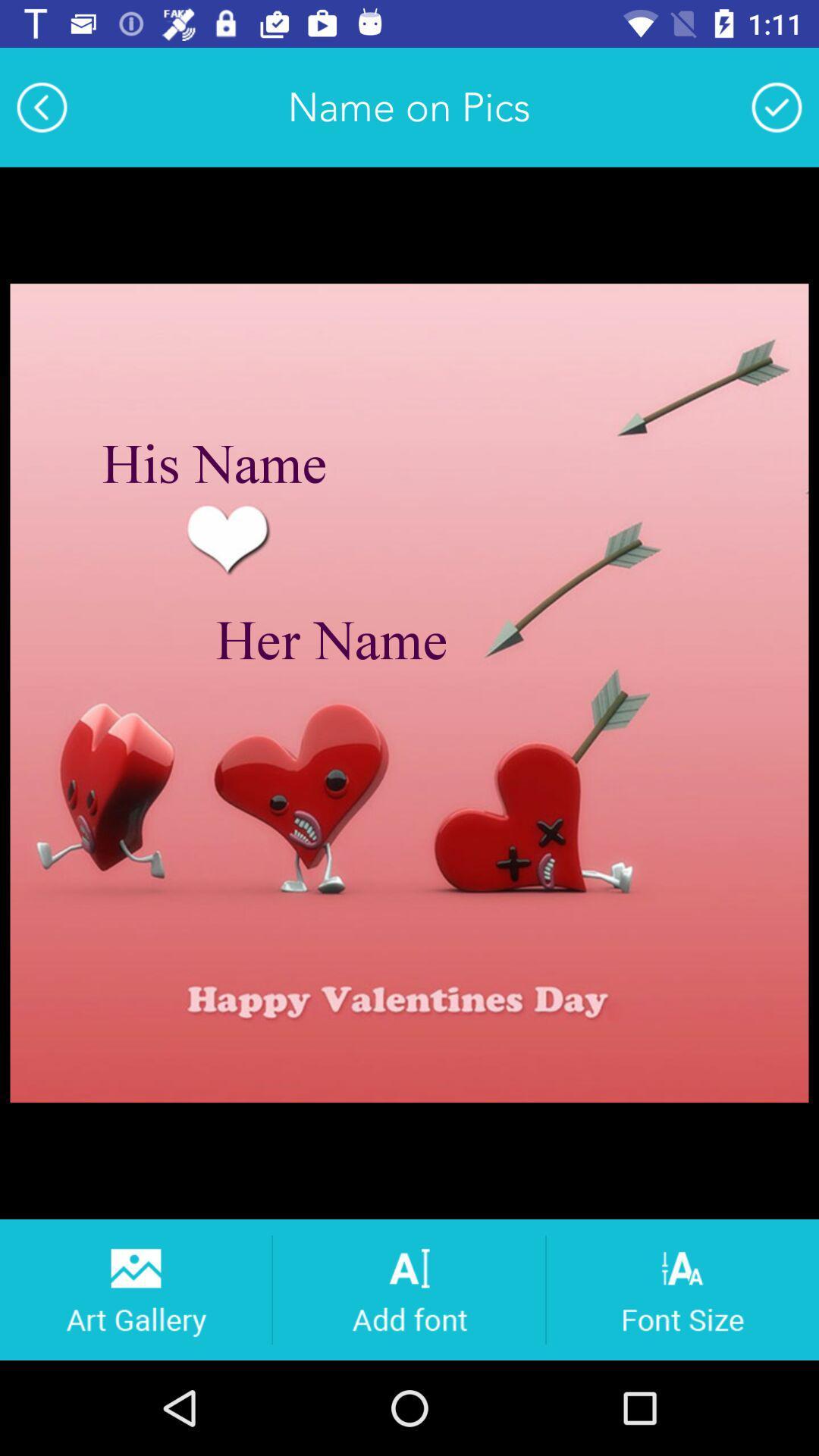  Describe the element at coordinates (777, 106) in the screenshot. I see `changes to picture` at that location.